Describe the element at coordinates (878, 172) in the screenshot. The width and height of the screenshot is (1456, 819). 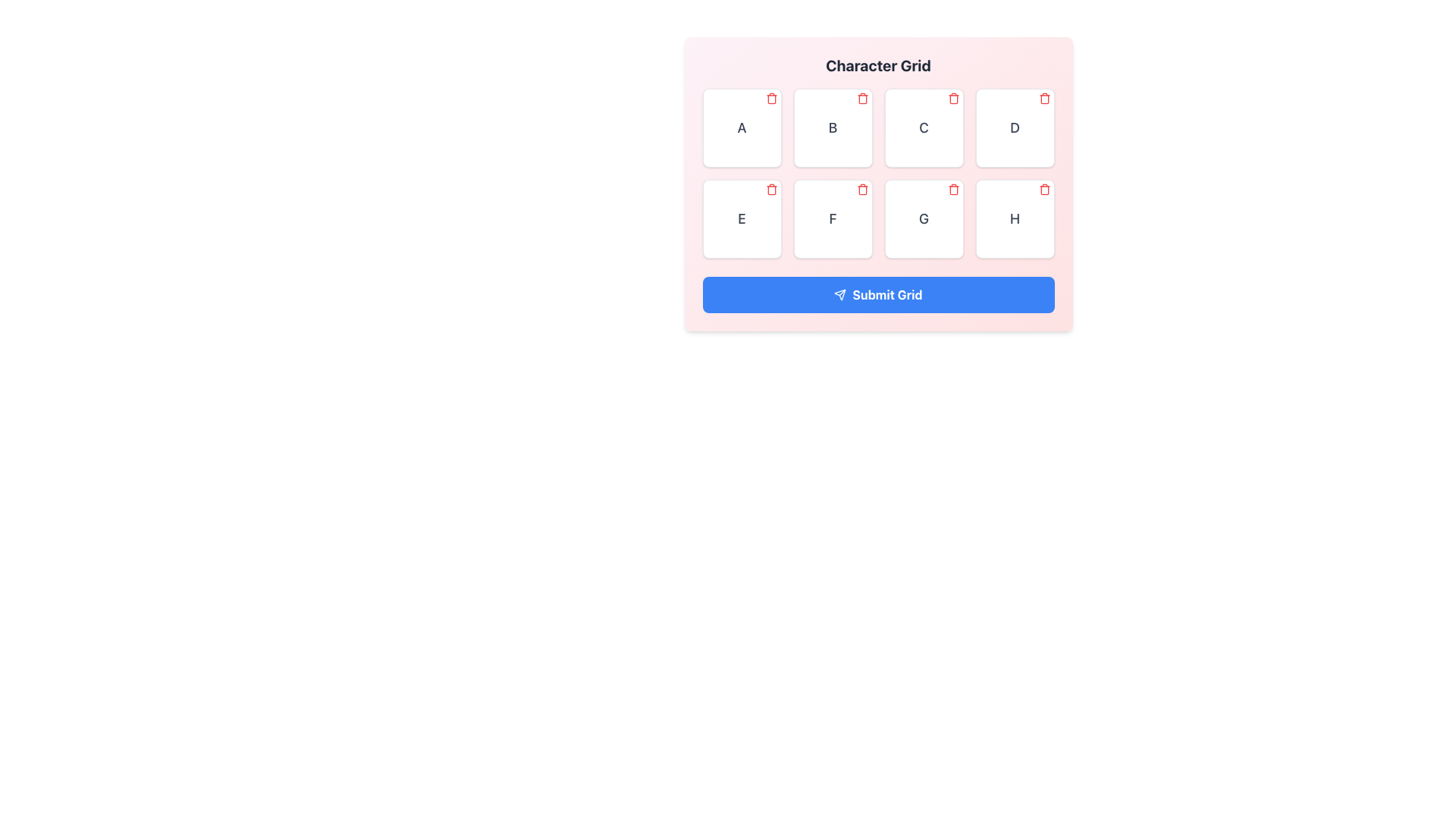
I see `the delete icon of a grid item in the grid layout composed of 8 square-shaped items with characters and a red trash icon in the top-right corner` at that location.